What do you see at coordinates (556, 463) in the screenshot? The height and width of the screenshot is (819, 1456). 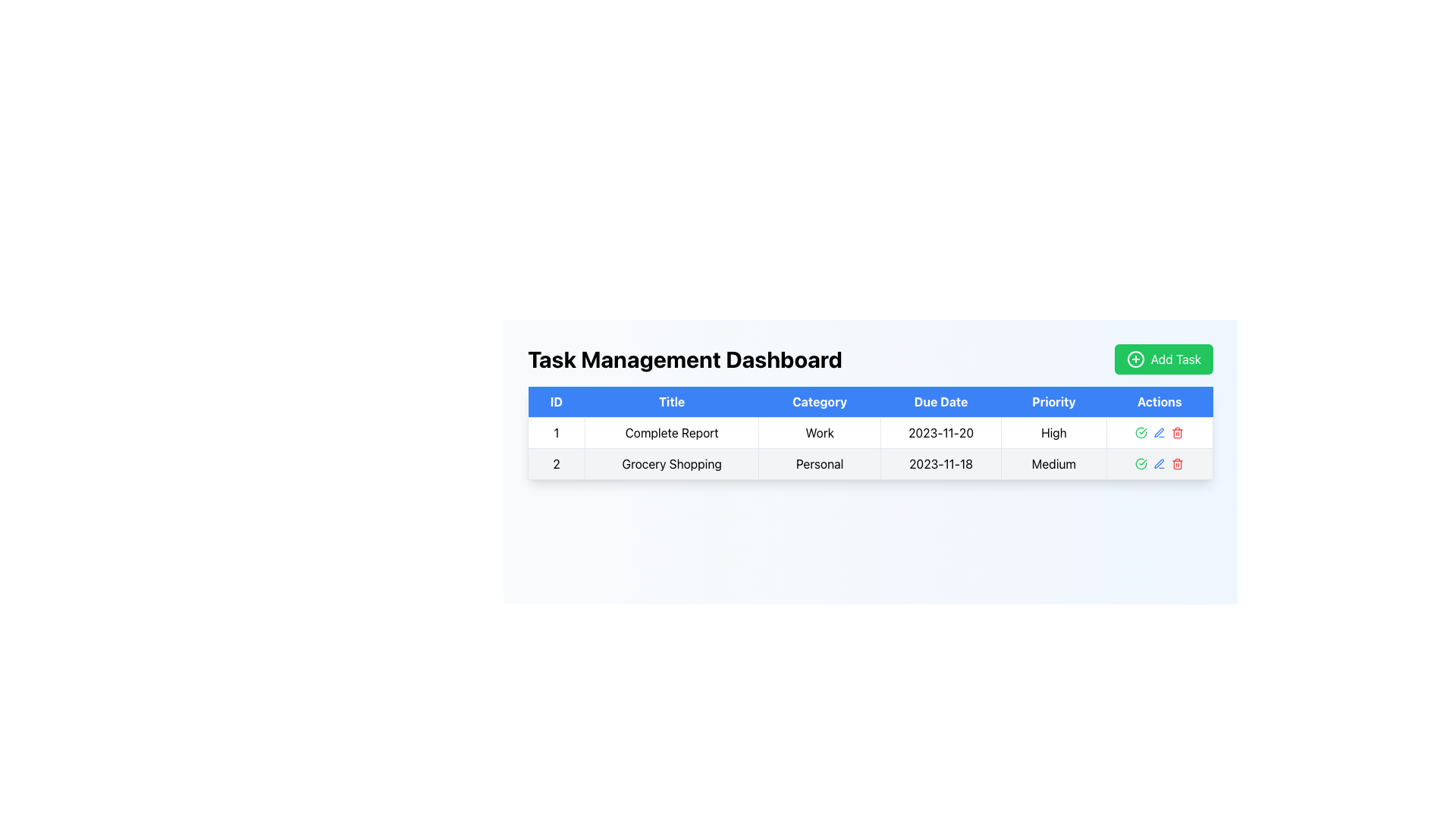 I see `the table cell displaying the text '2' located in the second row under the 'ID' column` at bounding box center [556, 463].